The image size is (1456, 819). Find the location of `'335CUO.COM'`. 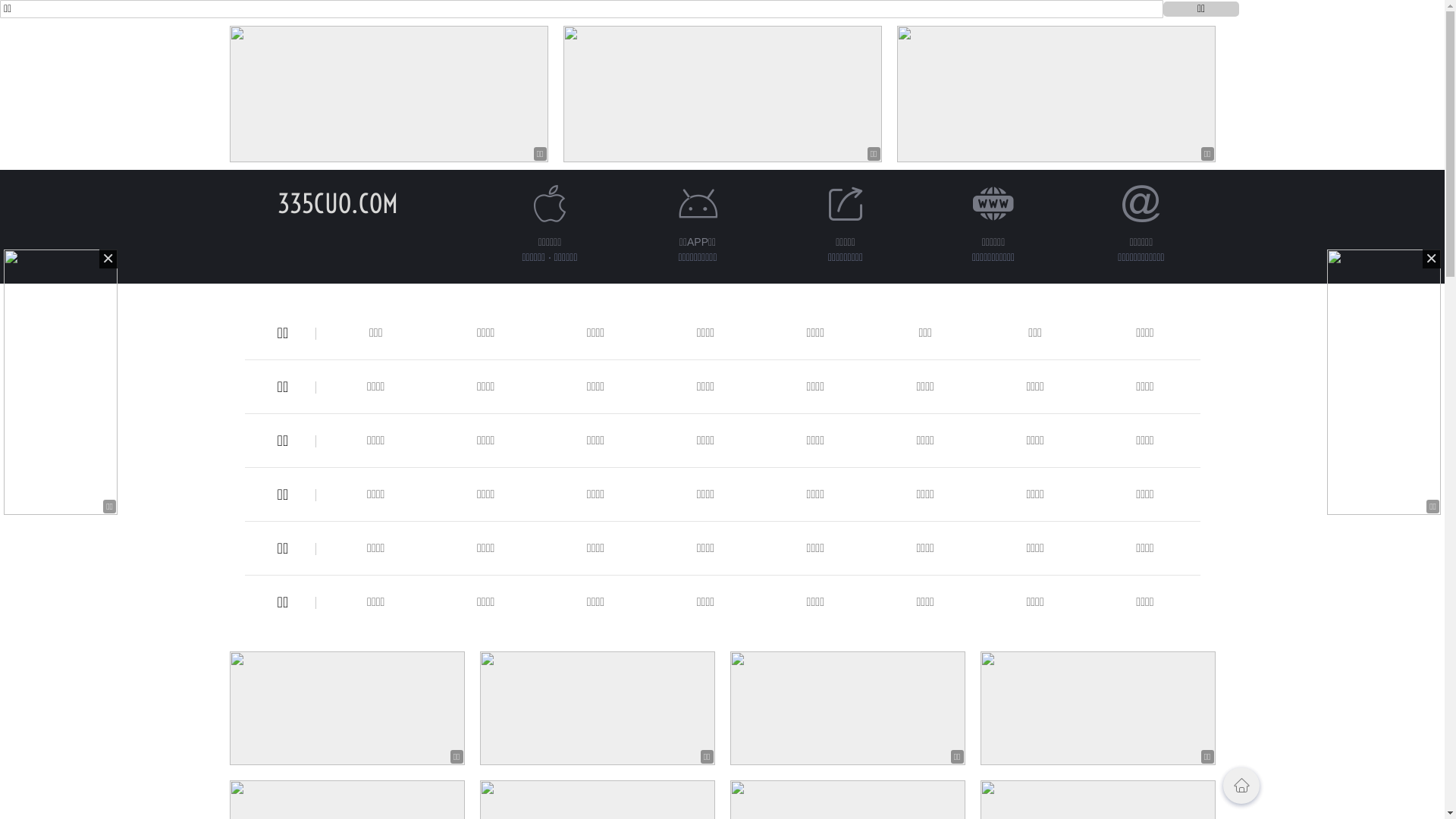

'335CUO.COM' is located at coordinates (337, 202).